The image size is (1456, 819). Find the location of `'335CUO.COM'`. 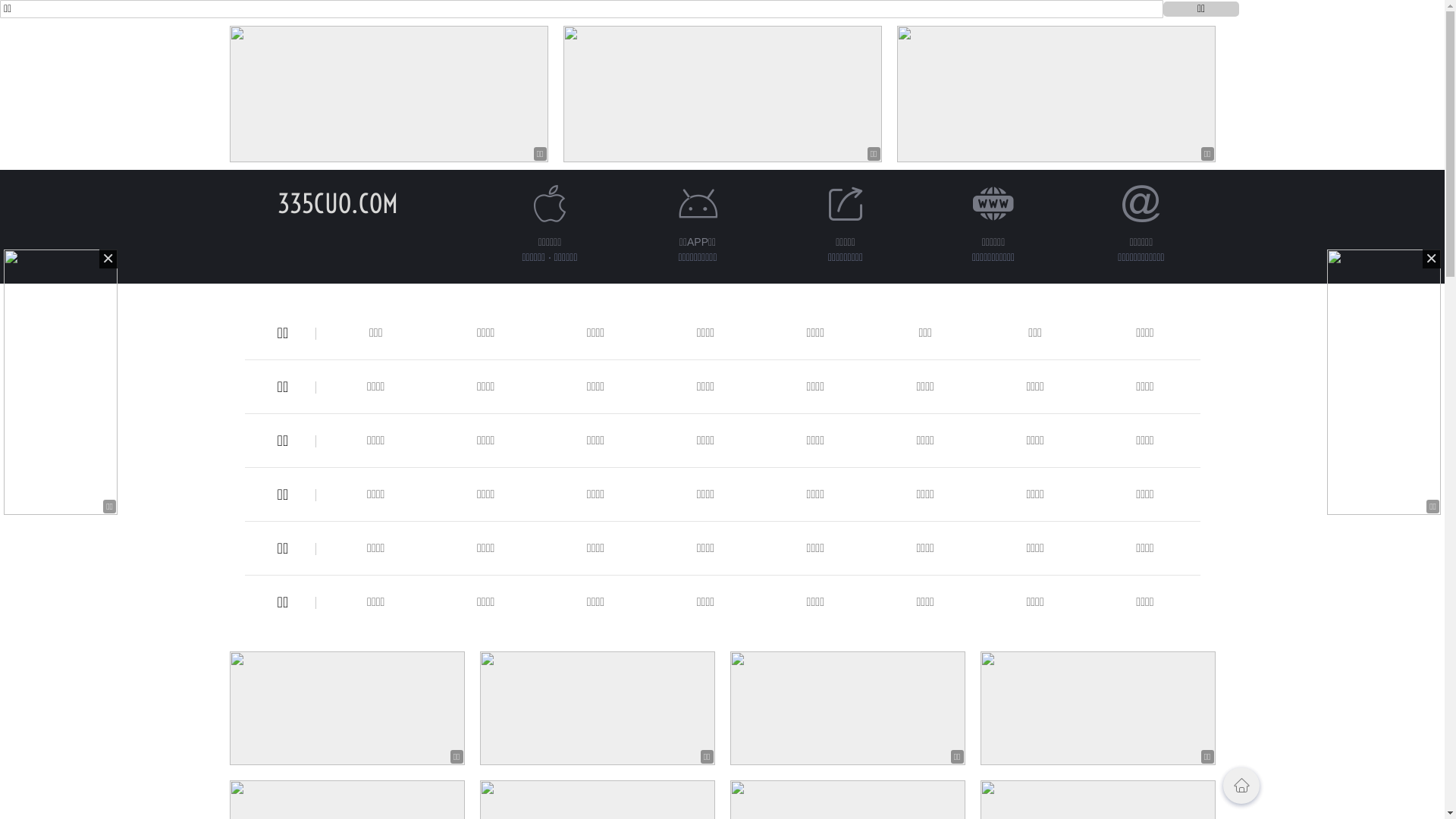

'335CUO.COM' is located at coordinates (337, 202).